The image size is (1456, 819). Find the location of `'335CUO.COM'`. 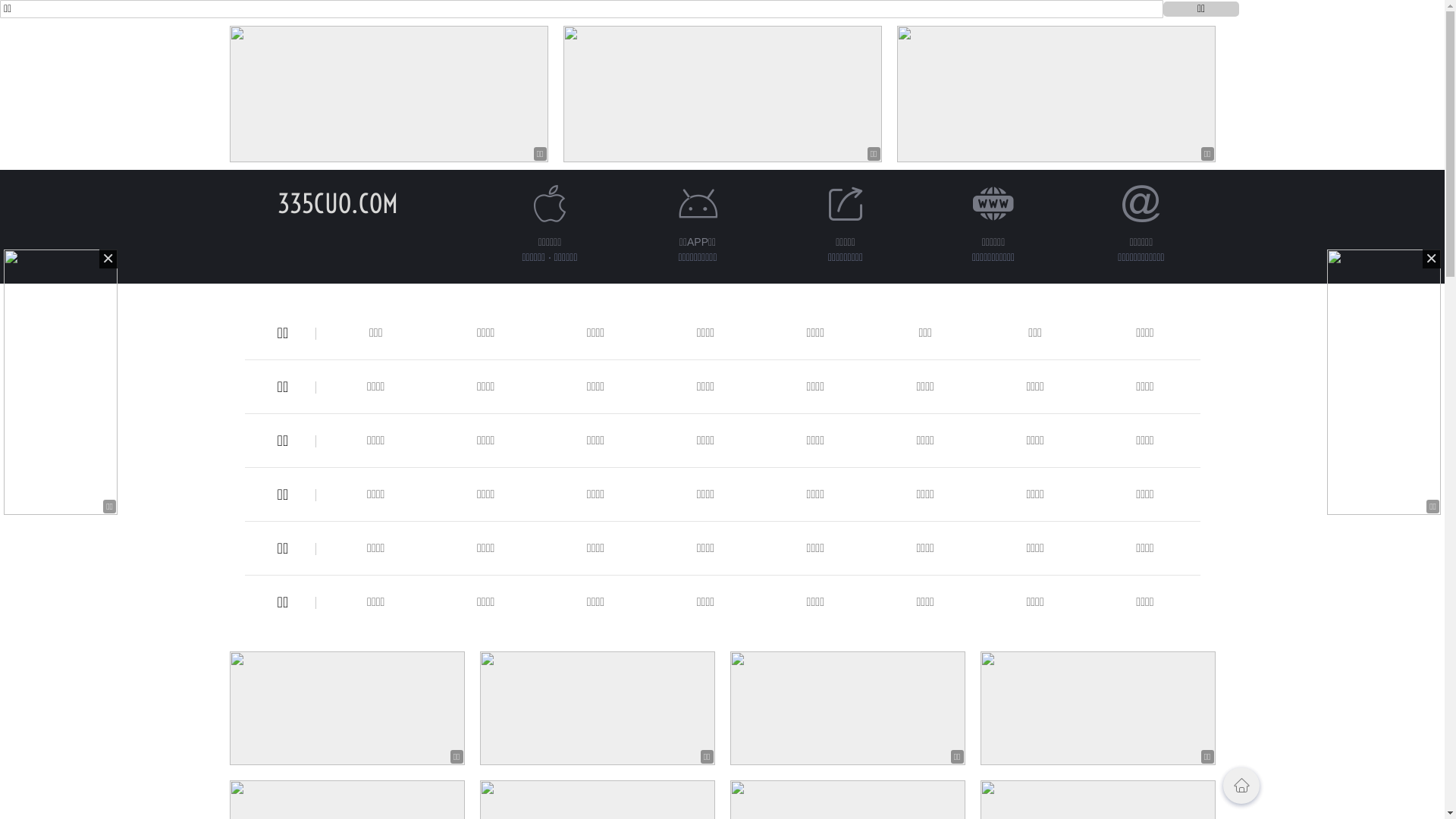

'335CUO.COM' is located at coordinates (337, 202).